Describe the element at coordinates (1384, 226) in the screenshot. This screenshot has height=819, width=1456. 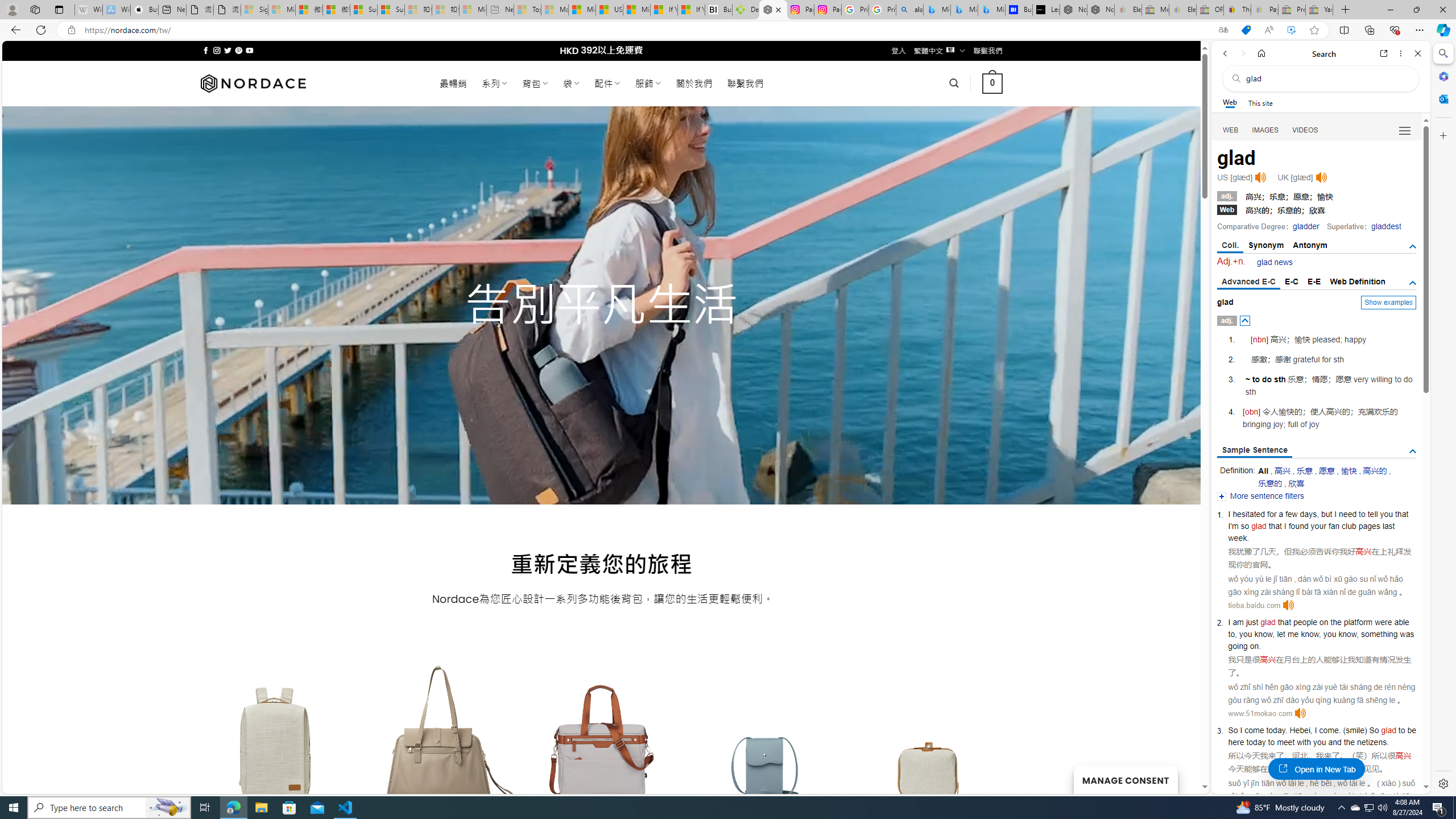
I see `'gladdest'` at that location.